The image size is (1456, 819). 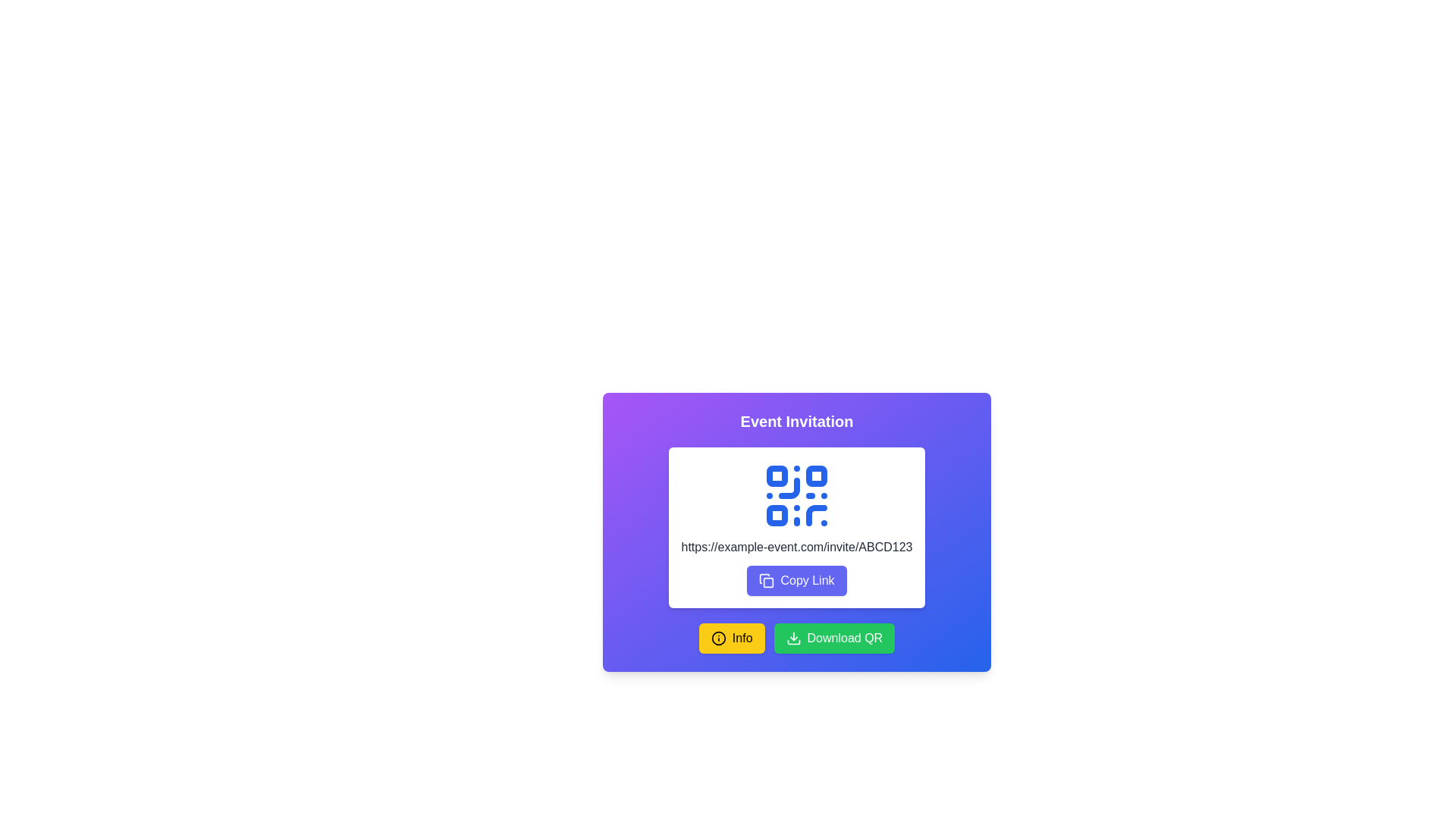 I want to click on the information graphical icon located inside the 'Info' button at the bottom of the card component, so click(x=717, y=638).